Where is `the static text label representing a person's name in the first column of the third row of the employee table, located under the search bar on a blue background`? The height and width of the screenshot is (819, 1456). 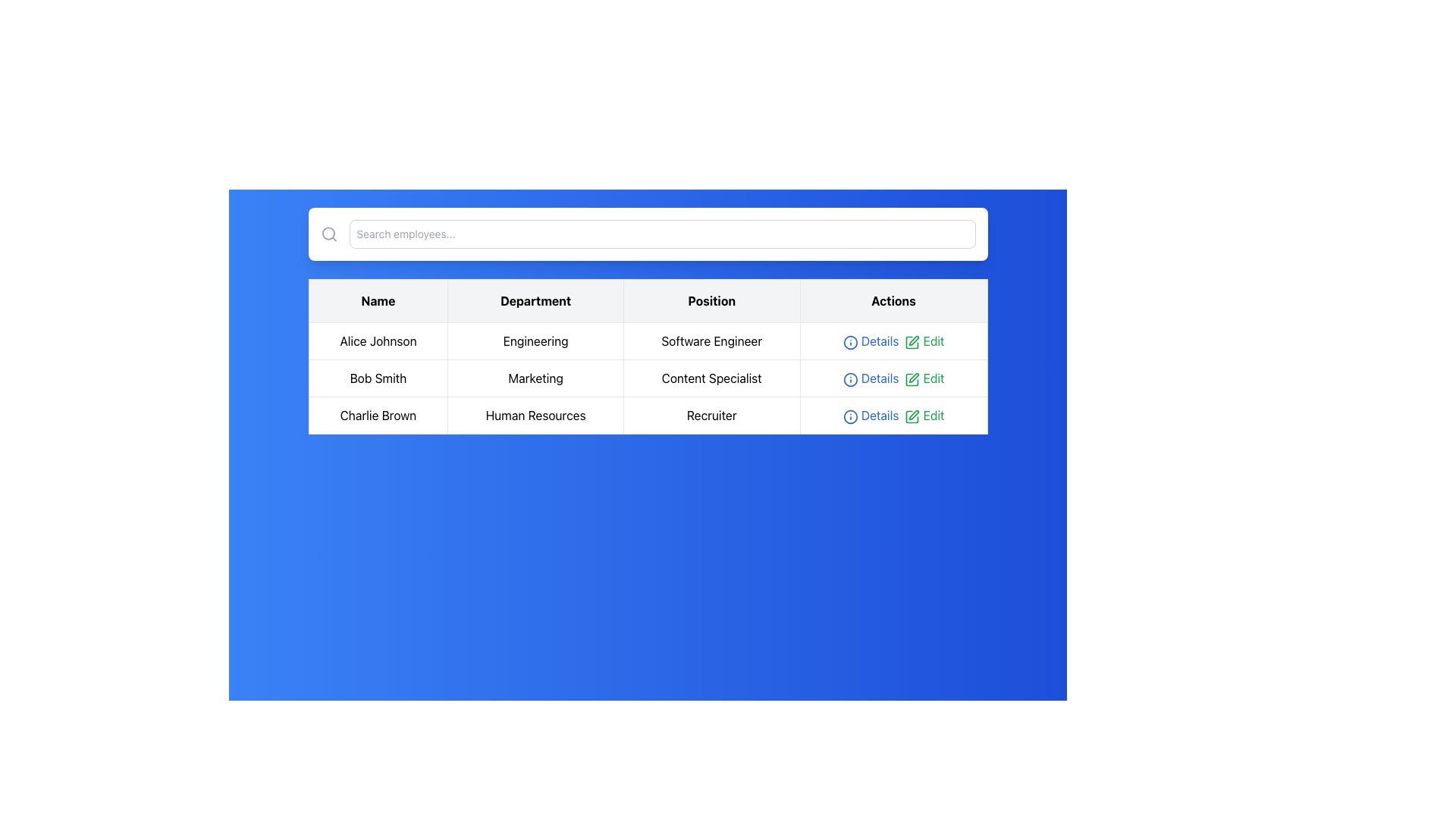
the static text label representing a person's name in the first column of the third row of the employee table, located under the search bar on a blue background is located at coordinates (378, 415).